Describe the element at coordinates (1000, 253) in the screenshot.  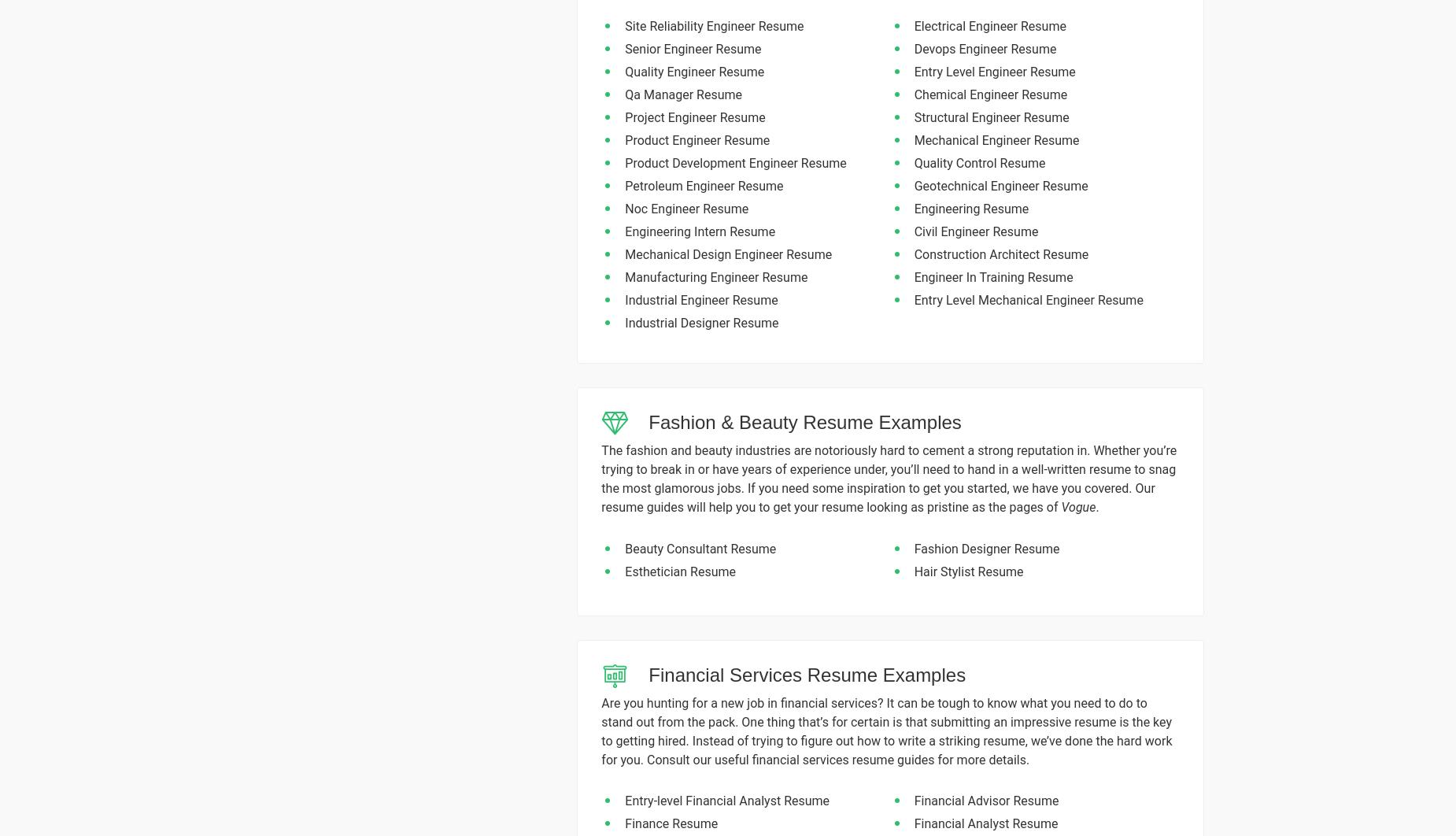
I see `'Construction Architect Resume'` at that location.